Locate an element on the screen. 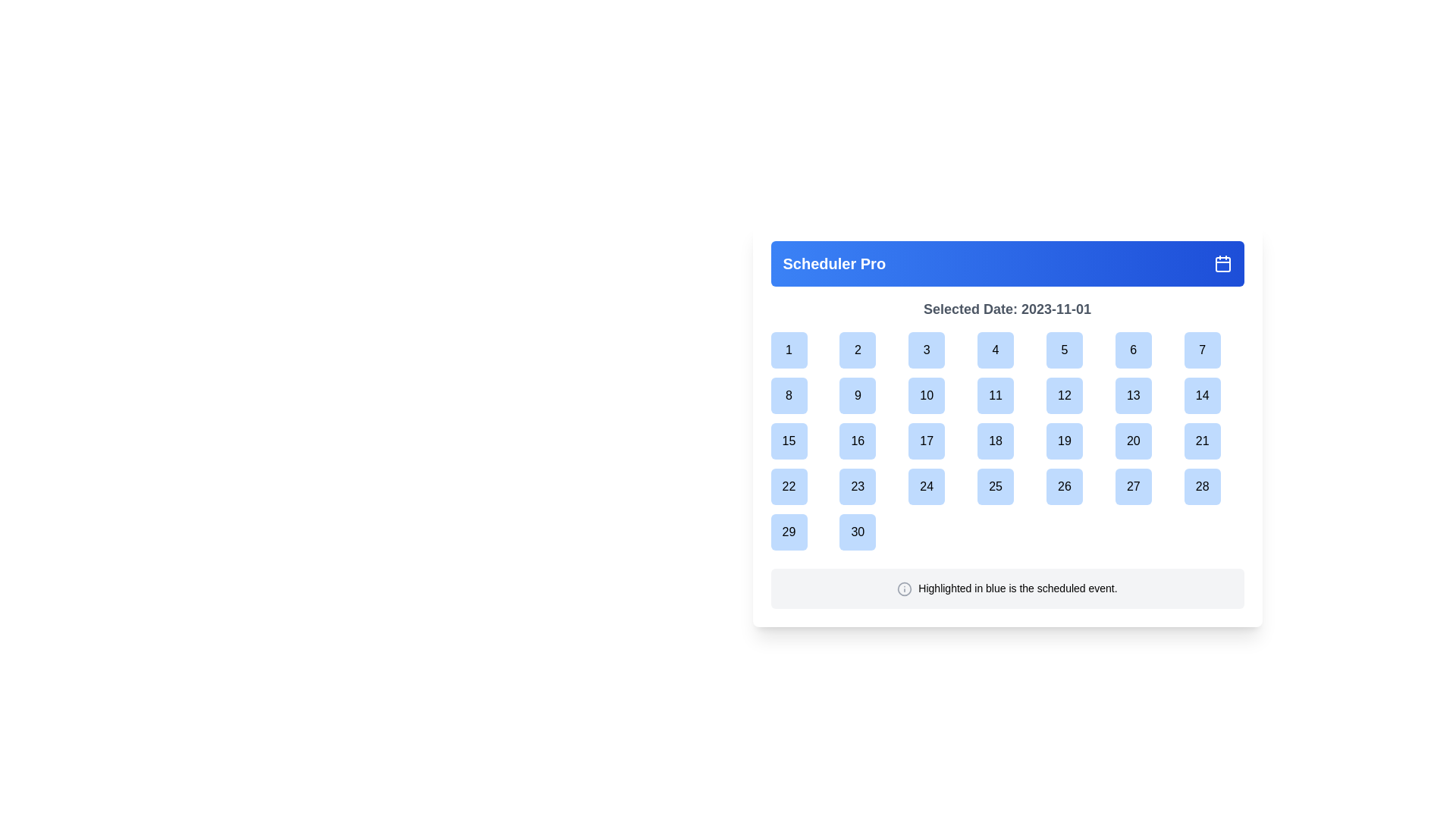 This screenshot has height=819, width=1456. the button representing the date 30 is located at coordinates (858, 532).